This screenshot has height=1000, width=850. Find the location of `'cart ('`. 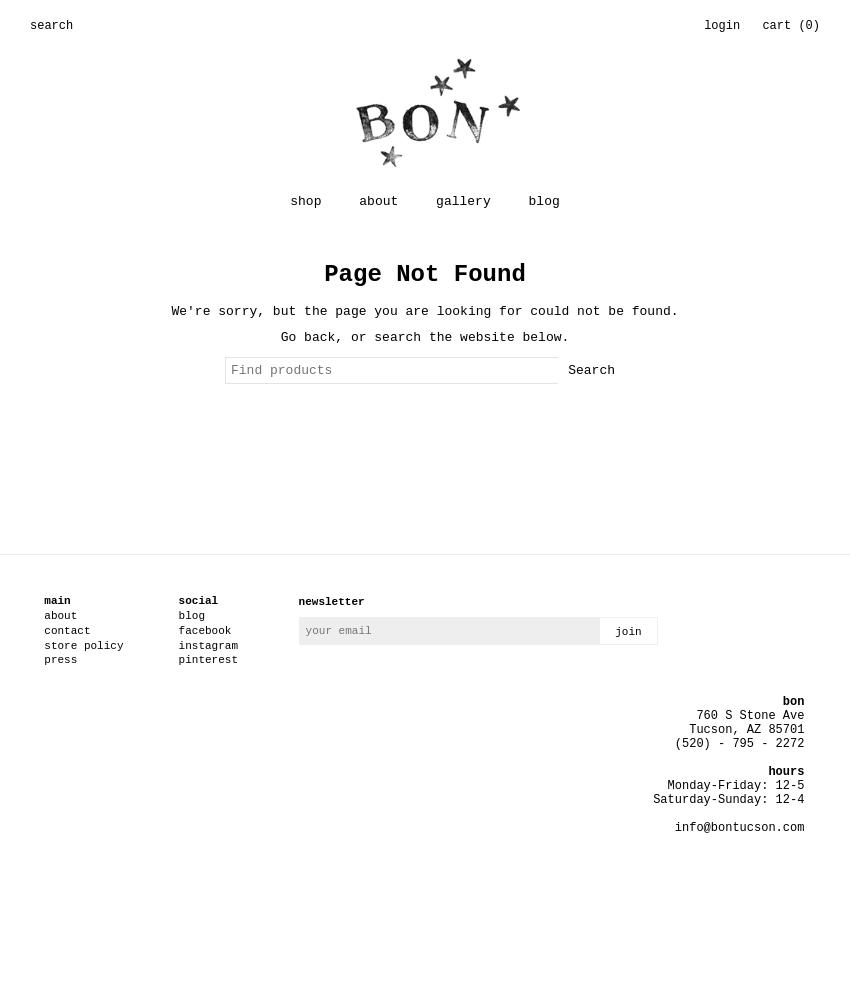

'cart (' is located at coordinates (782, 26).